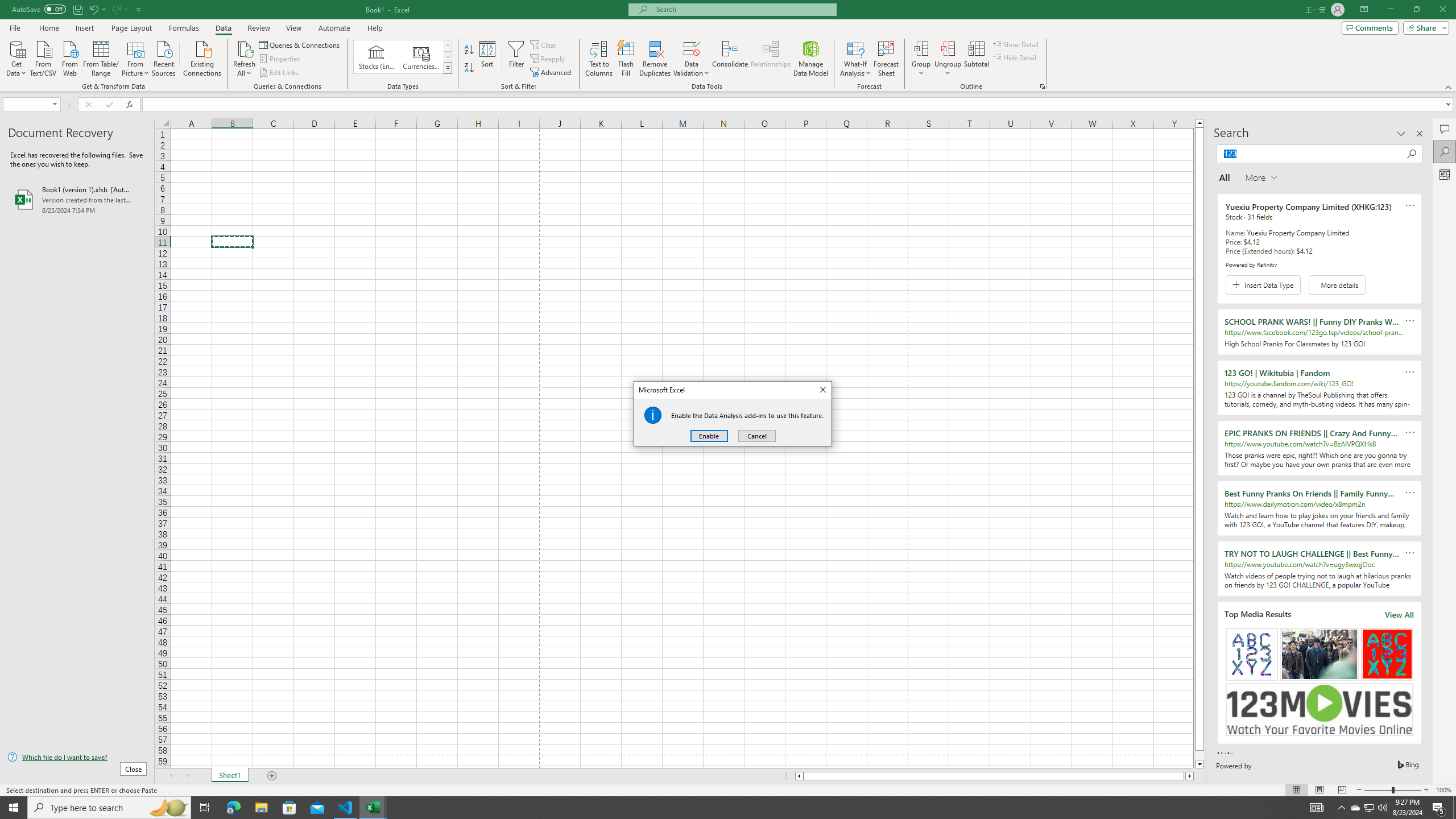  I want to click on 'Microsoft Edge', so click(233, 806).